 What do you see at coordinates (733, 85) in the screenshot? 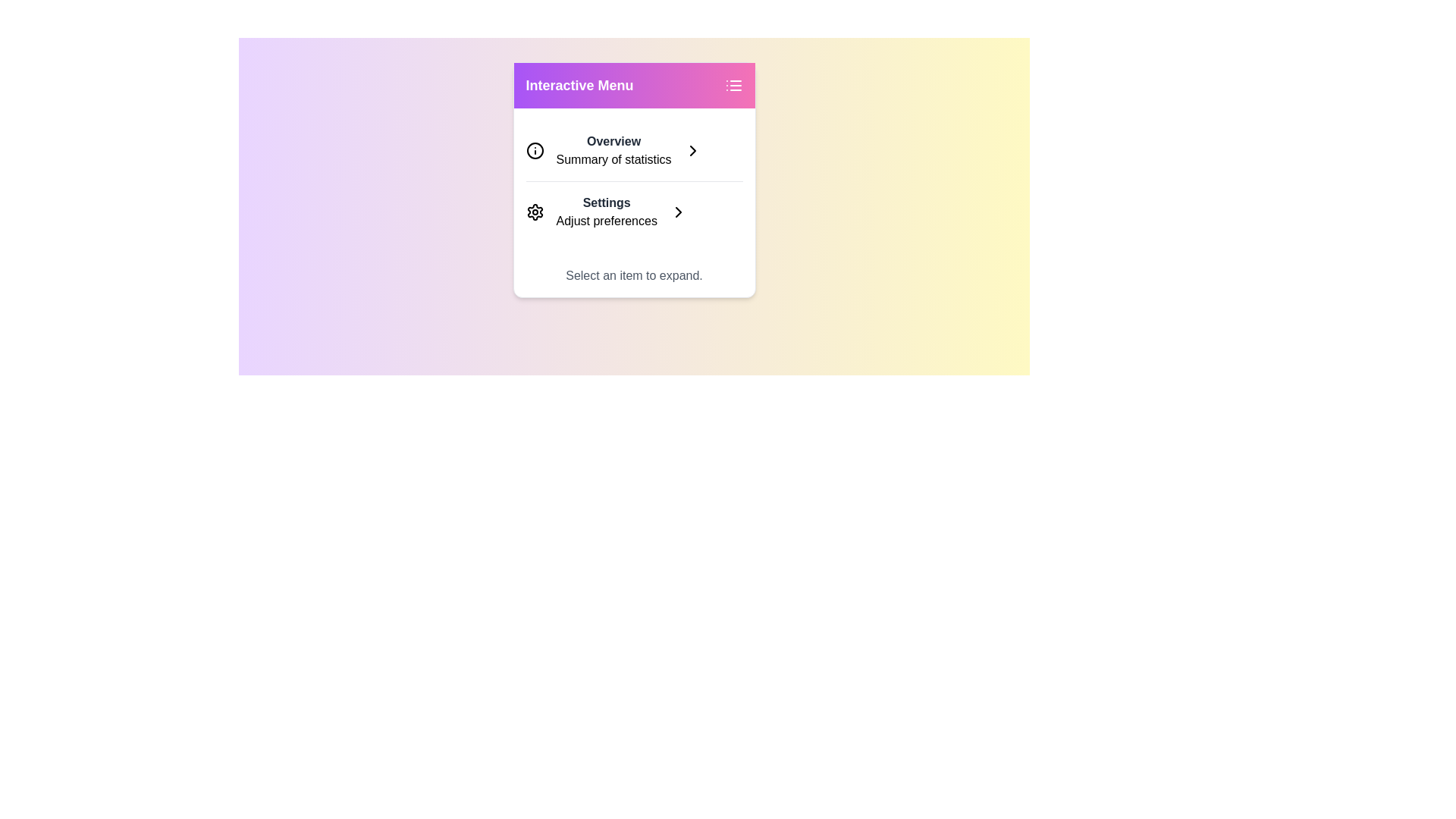
I see `button in the header to toggle the menu visibility` at bounding box center [733, 85].